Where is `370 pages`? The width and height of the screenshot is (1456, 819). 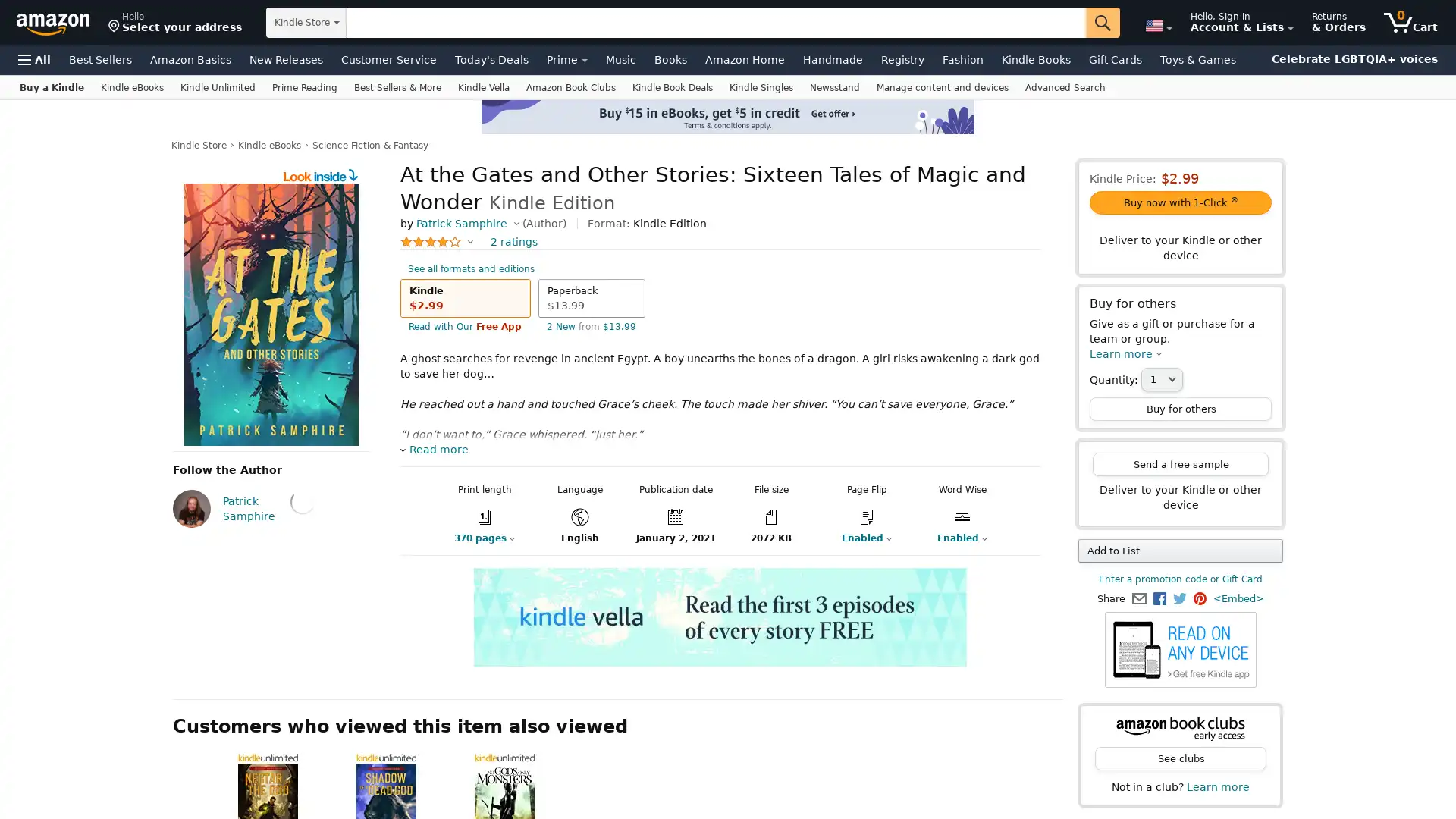
370 pages is located at coordinates (471, 537).